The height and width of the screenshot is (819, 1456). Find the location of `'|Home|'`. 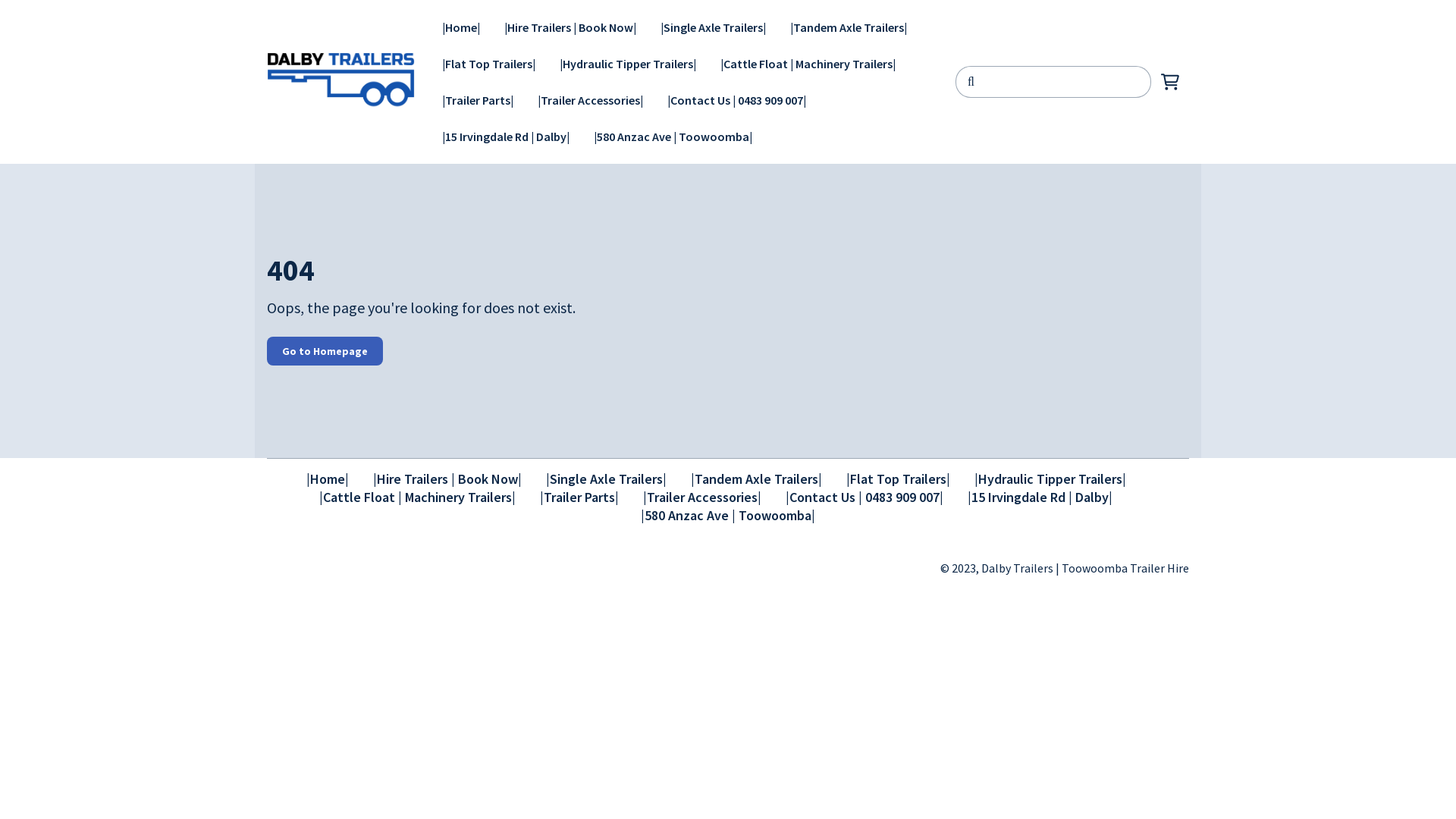

'|Home|' is located at coordinates (428, 27).